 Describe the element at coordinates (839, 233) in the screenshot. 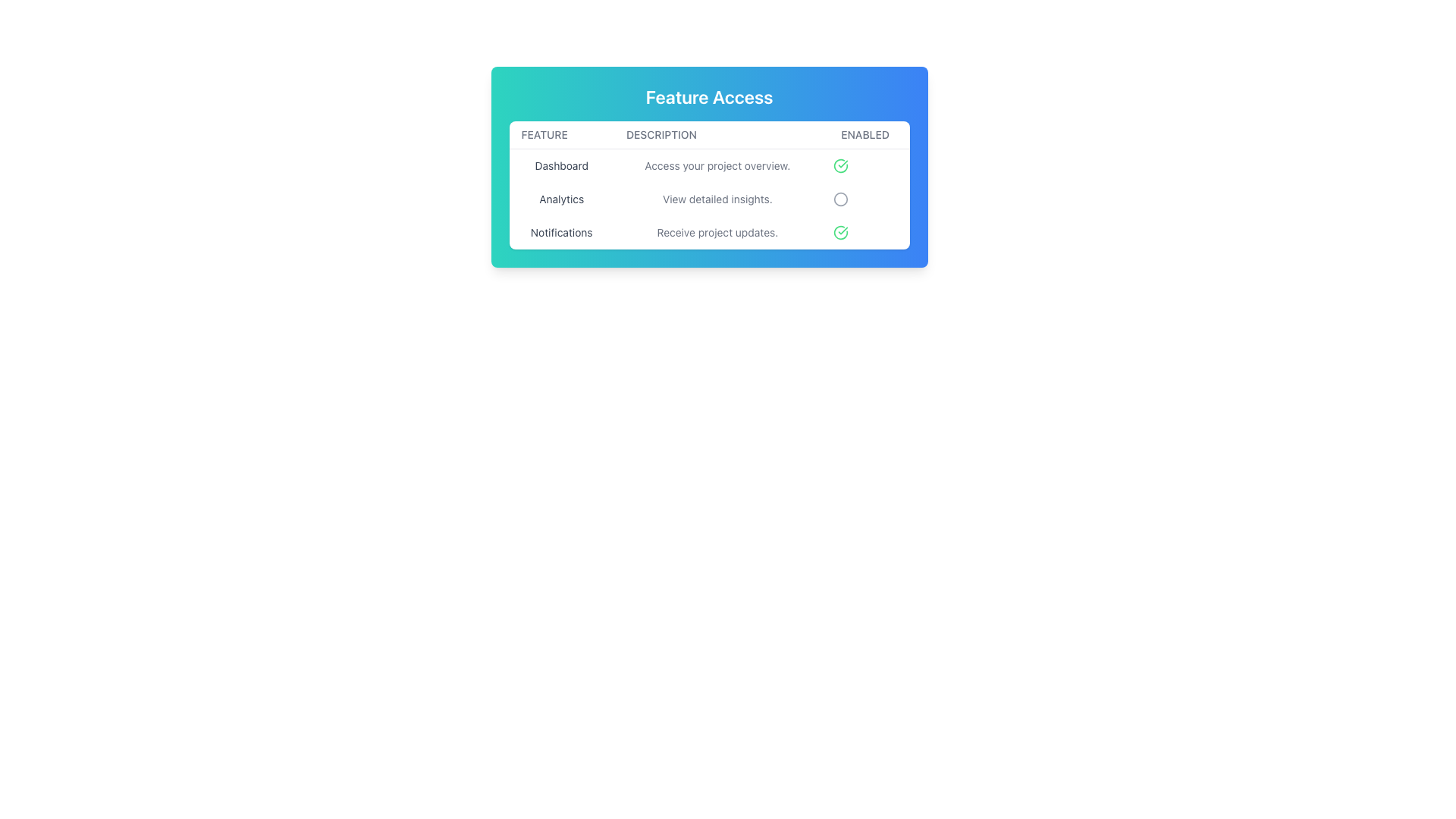

I see `the green circular graphic icon indicating the 'Dashboard' feature is enabled, located in the 'Feature Access' section under the 'Enabled' column of the 'Dashboard' row` at that location.